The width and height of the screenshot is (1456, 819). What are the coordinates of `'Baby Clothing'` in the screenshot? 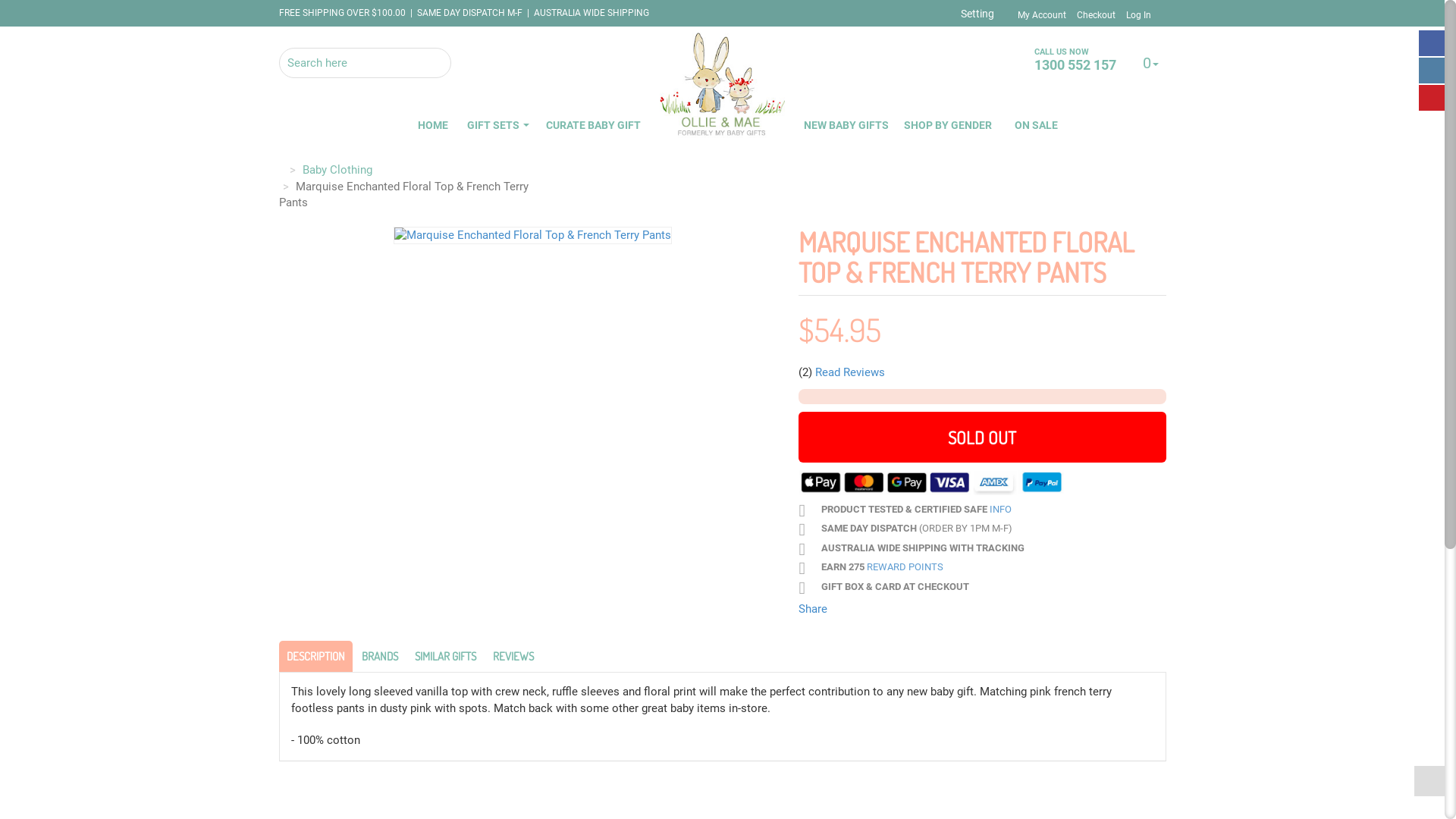 It's located at (336, 169).